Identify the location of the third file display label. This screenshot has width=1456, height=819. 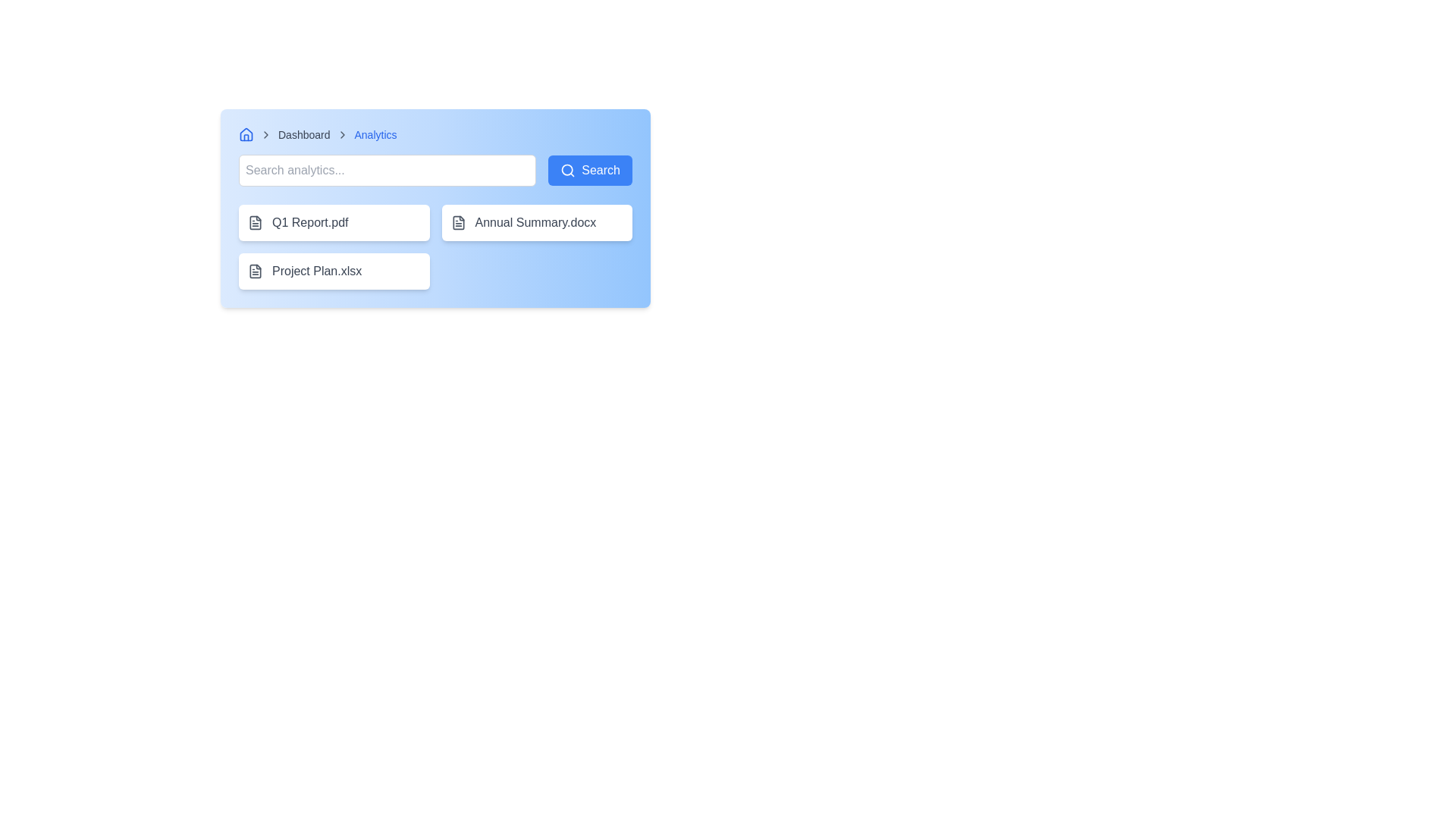
(315, 271).